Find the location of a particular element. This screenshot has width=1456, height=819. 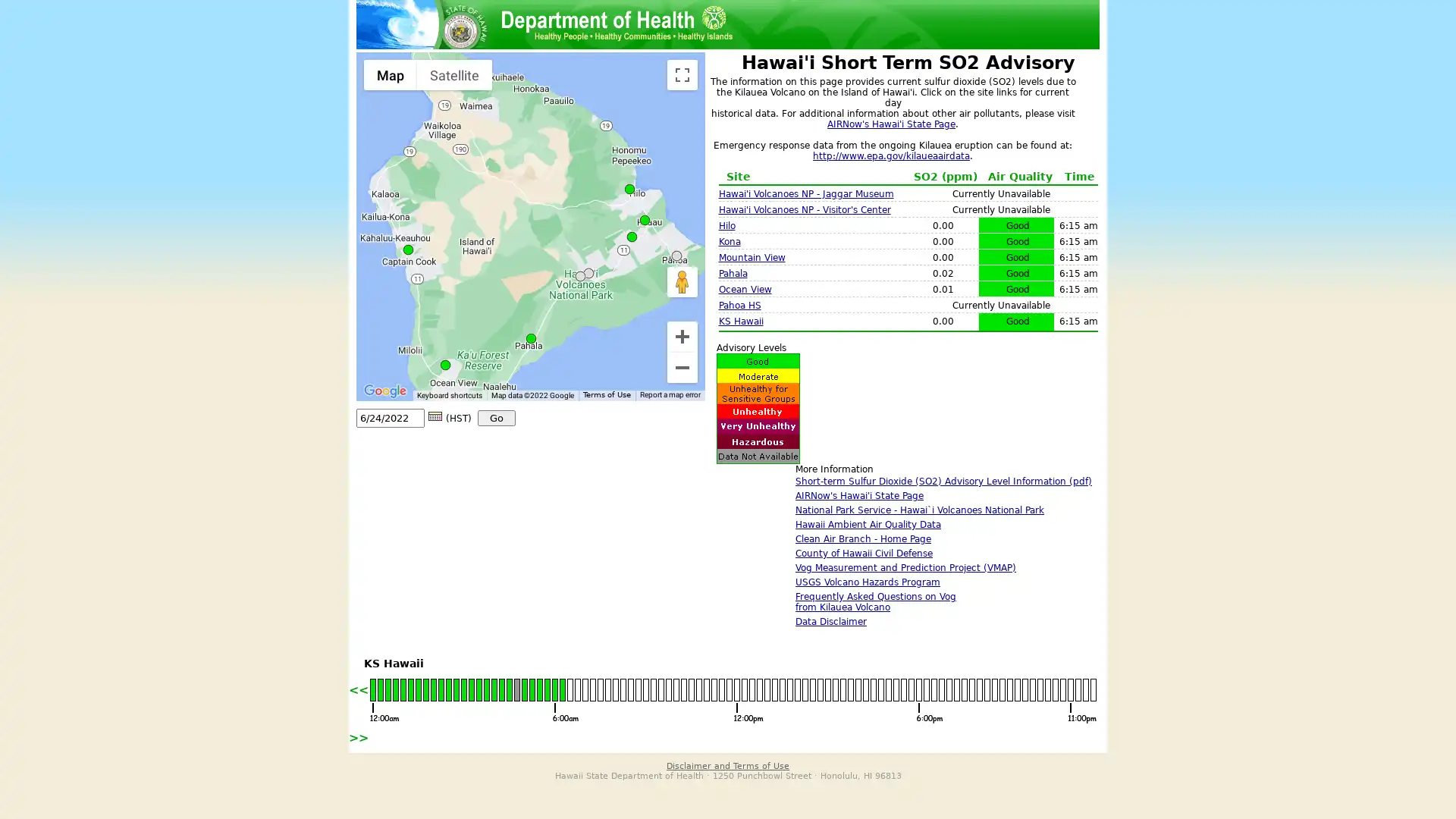

Zoom in is located at coordinates (682, 335).